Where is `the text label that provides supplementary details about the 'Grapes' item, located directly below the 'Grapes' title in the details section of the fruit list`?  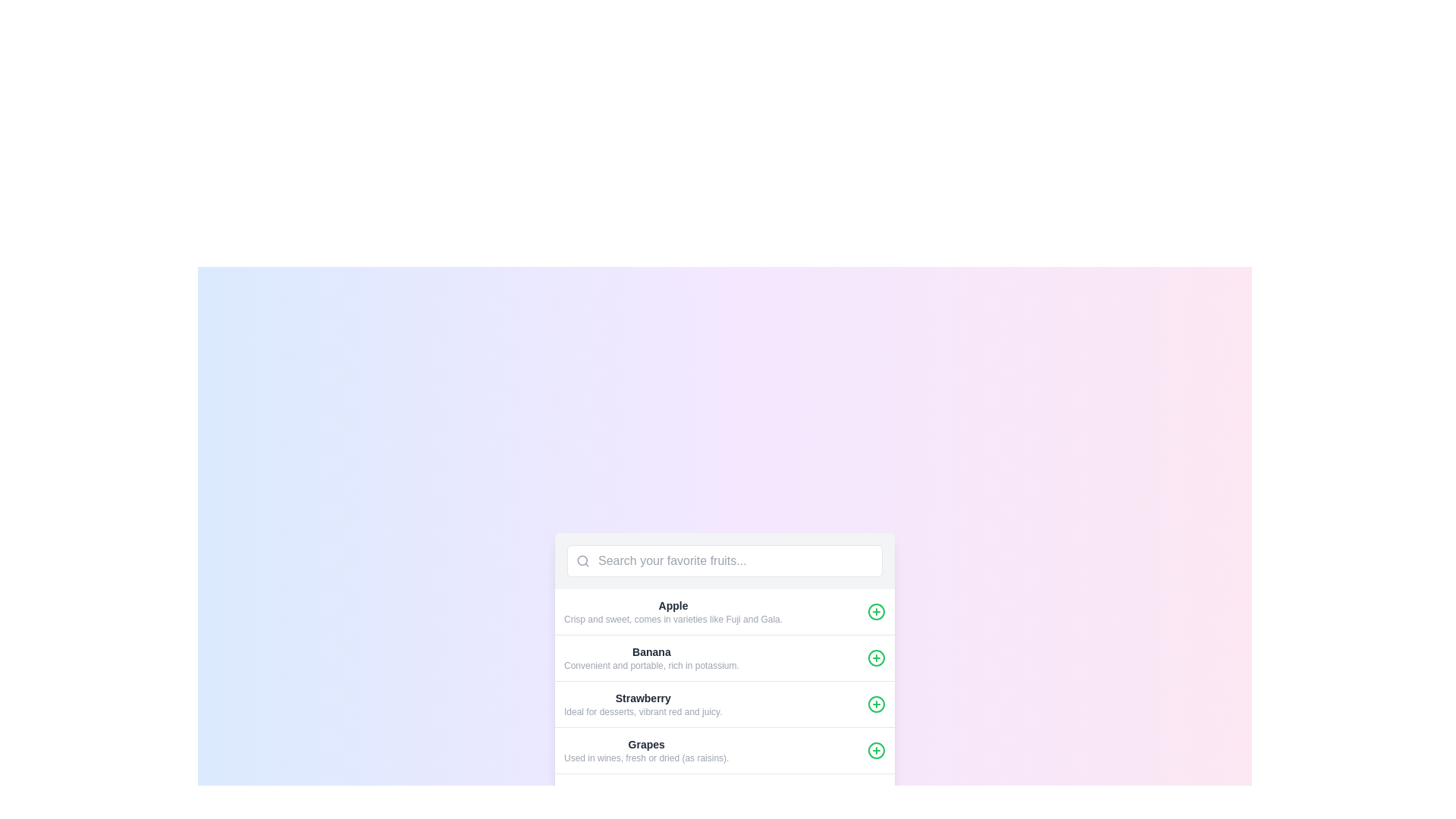 the text label that provides supplementary details about the 'Grapes' item, located directly below the 'Grapes' title in the details section of the fruit list is located at coordinates (646, 758).